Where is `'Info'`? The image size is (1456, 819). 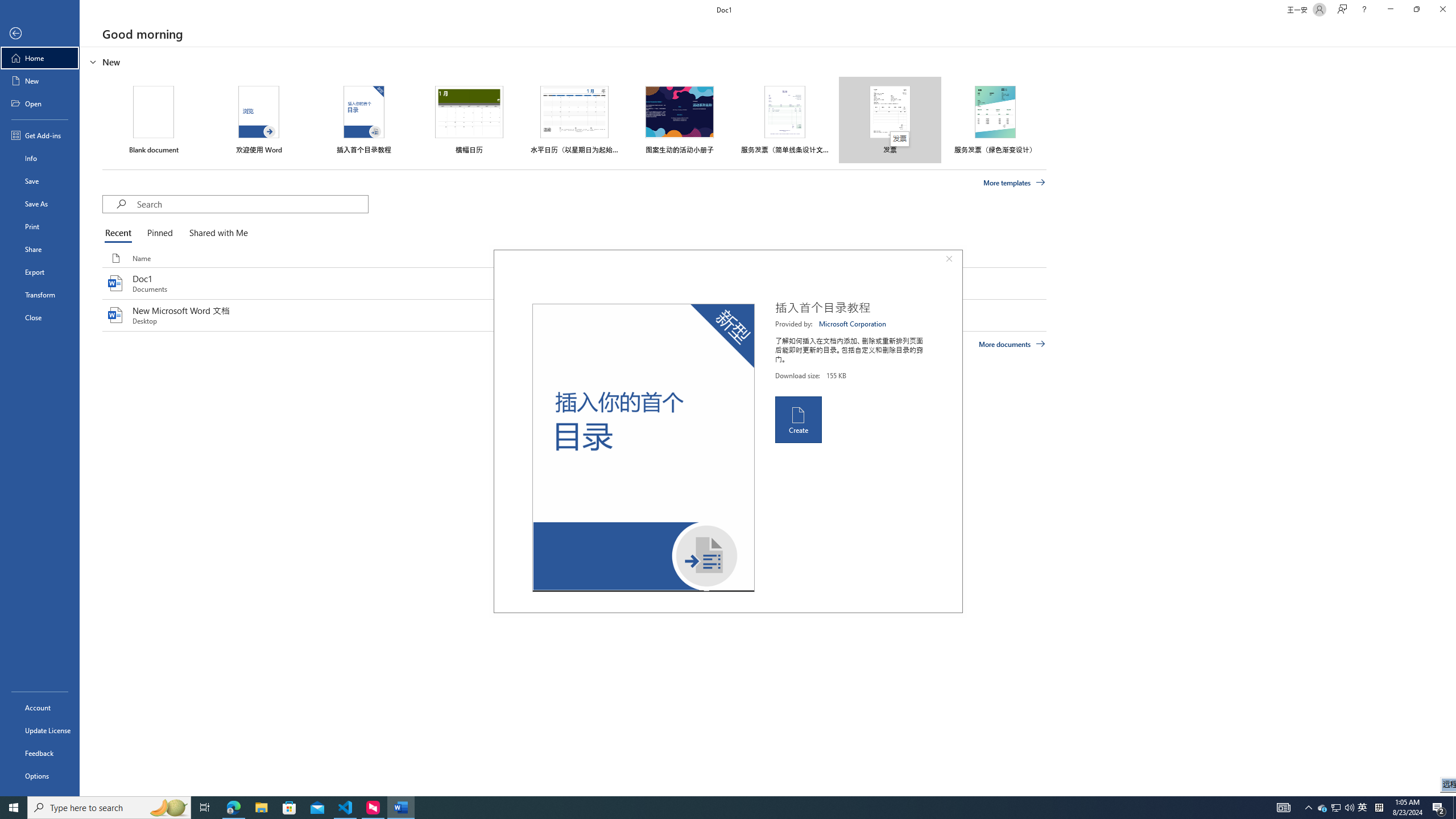 'Info' is located at coordinates (39, 157).